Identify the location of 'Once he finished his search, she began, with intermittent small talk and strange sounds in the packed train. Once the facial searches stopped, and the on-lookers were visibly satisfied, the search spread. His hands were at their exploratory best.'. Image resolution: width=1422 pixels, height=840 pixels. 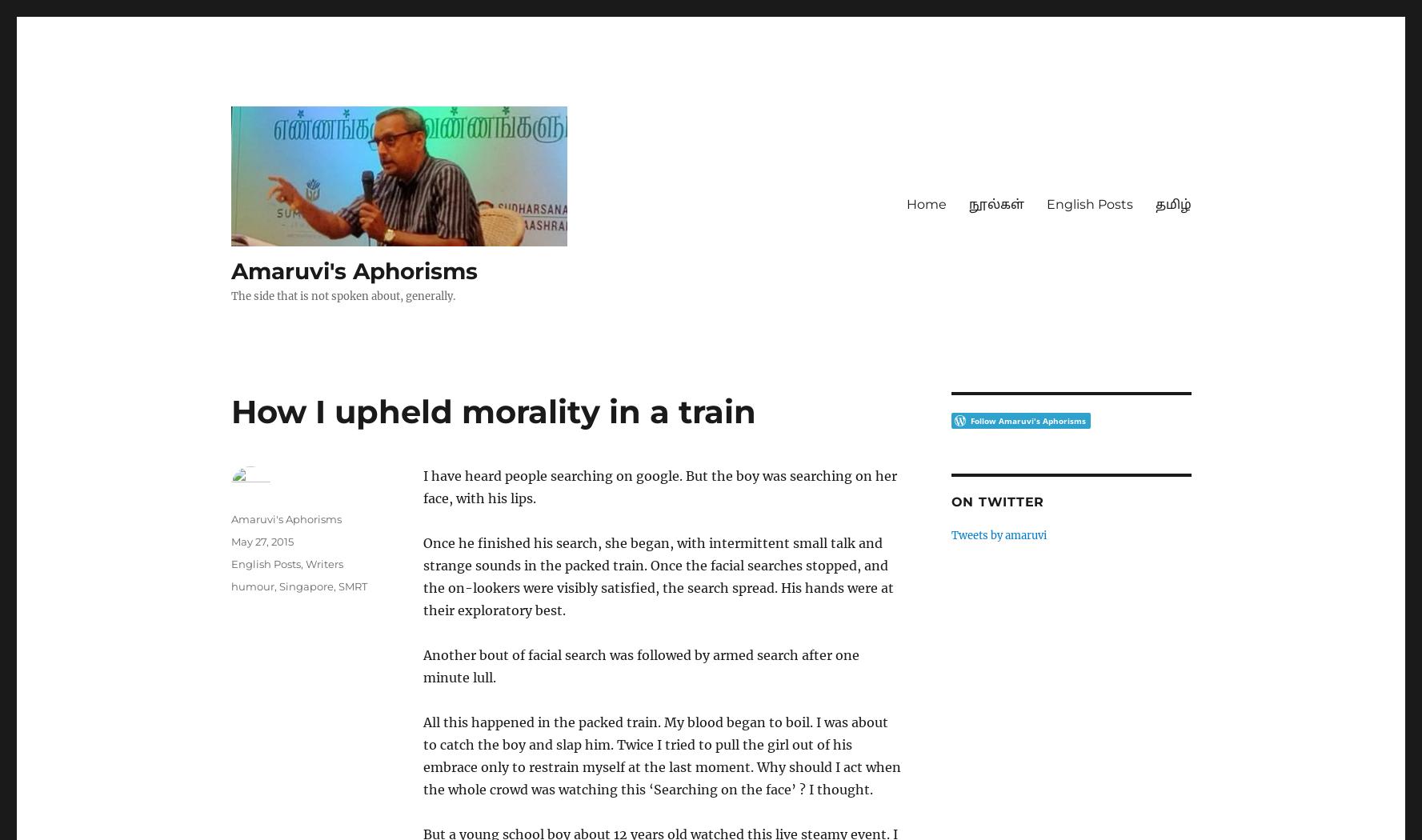
(422, 576).